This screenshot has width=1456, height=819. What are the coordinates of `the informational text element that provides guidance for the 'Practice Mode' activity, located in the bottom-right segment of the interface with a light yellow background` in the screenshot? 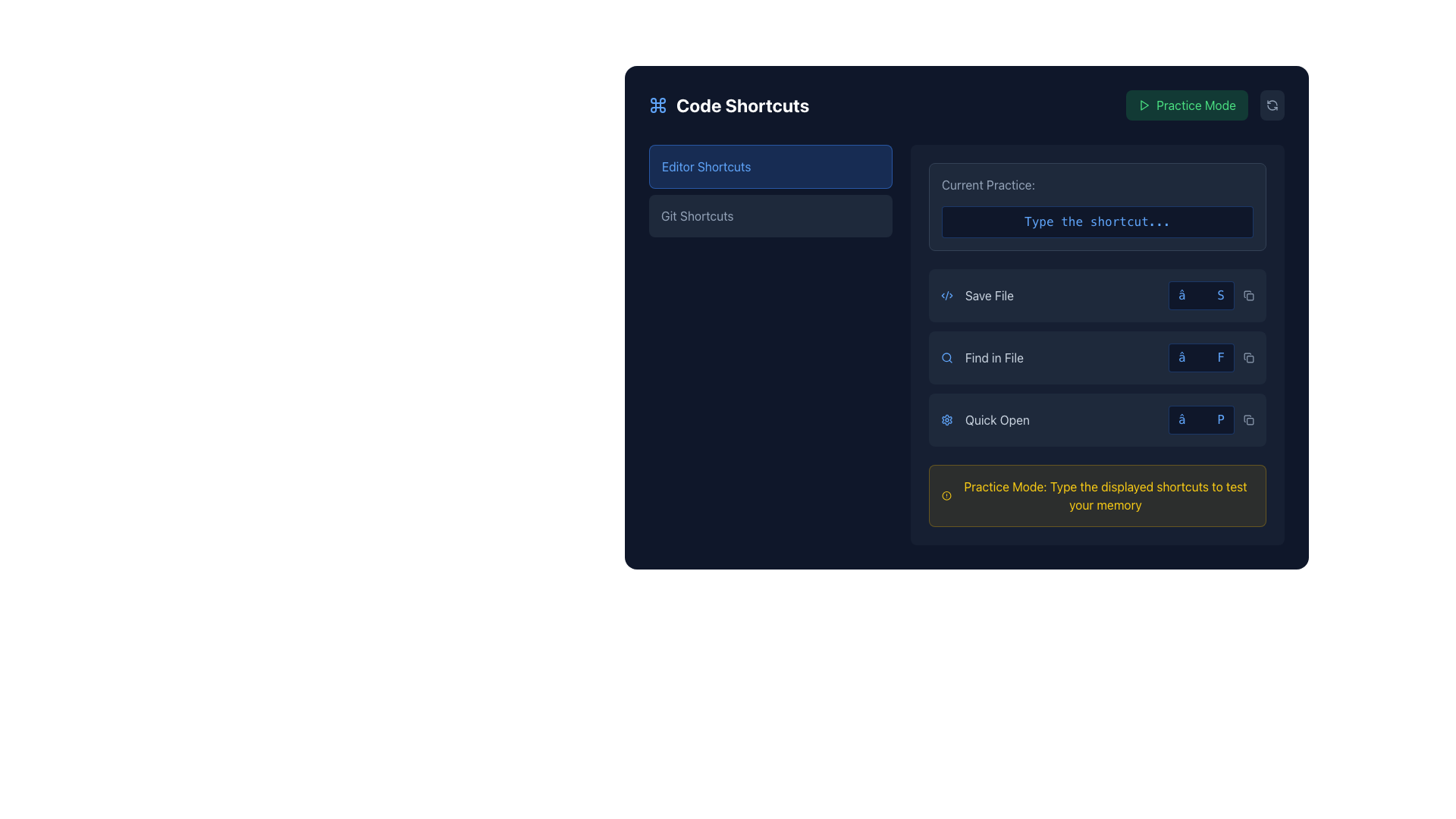 It's located at (1097, 496).